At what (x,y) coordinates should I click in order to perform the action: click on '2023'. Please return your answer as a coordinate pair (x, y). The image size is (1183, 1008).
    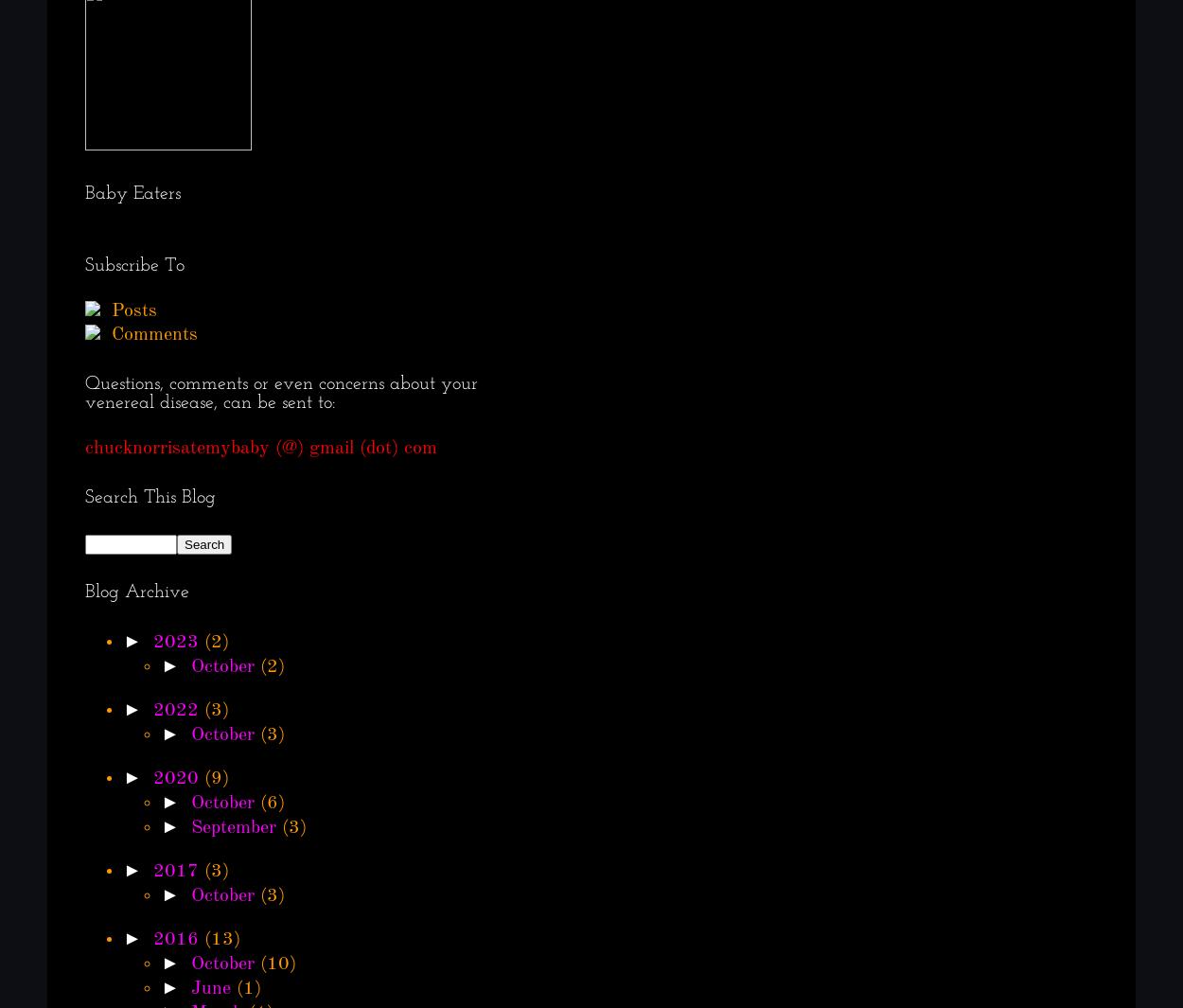
    Looking at the image, I should click on (175, 643).